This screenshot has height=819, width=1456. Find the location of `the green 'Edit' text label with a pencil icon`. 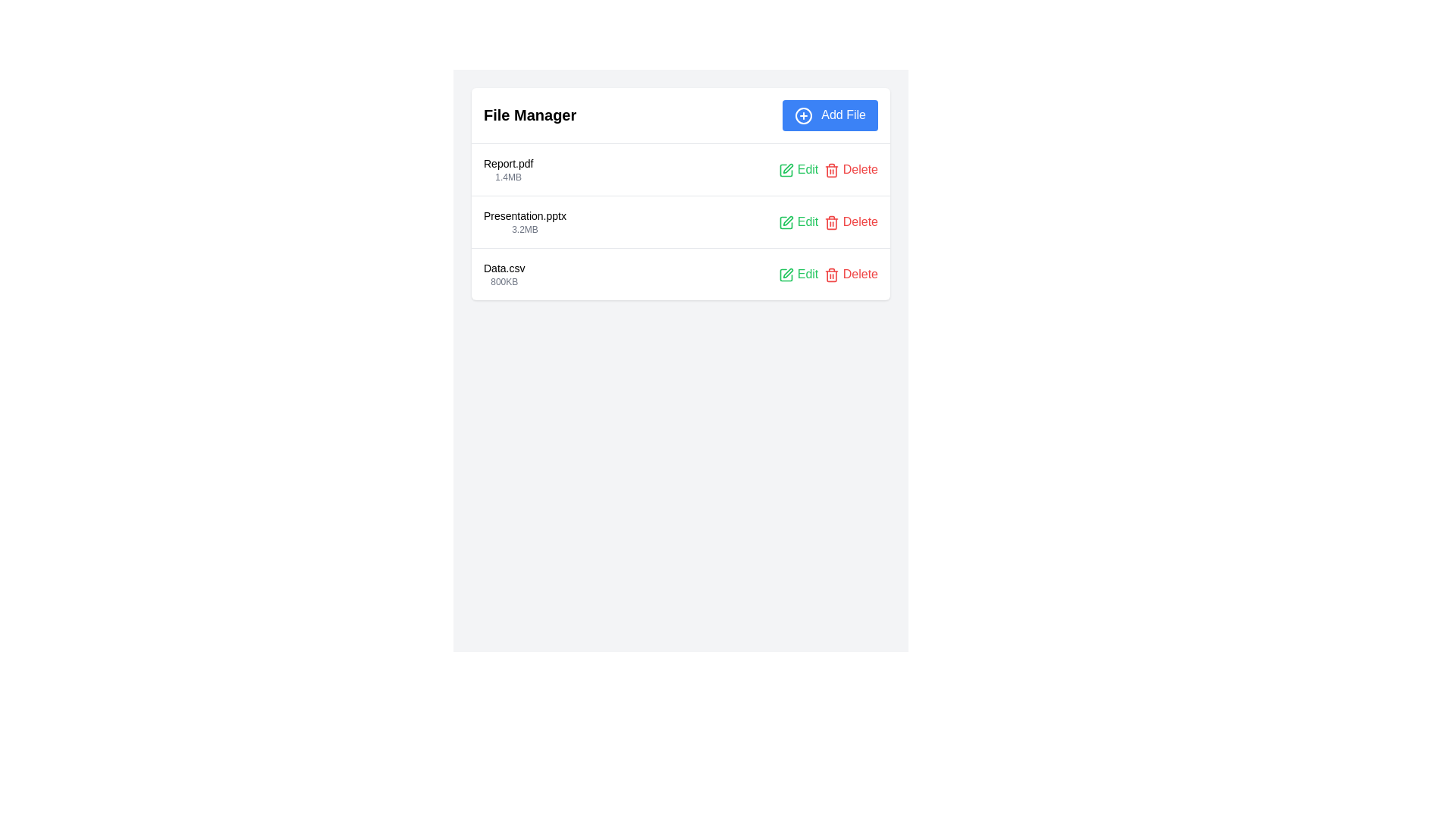

the green 'Edit' text label with a pencil icon is located at coordinates (798, 221).